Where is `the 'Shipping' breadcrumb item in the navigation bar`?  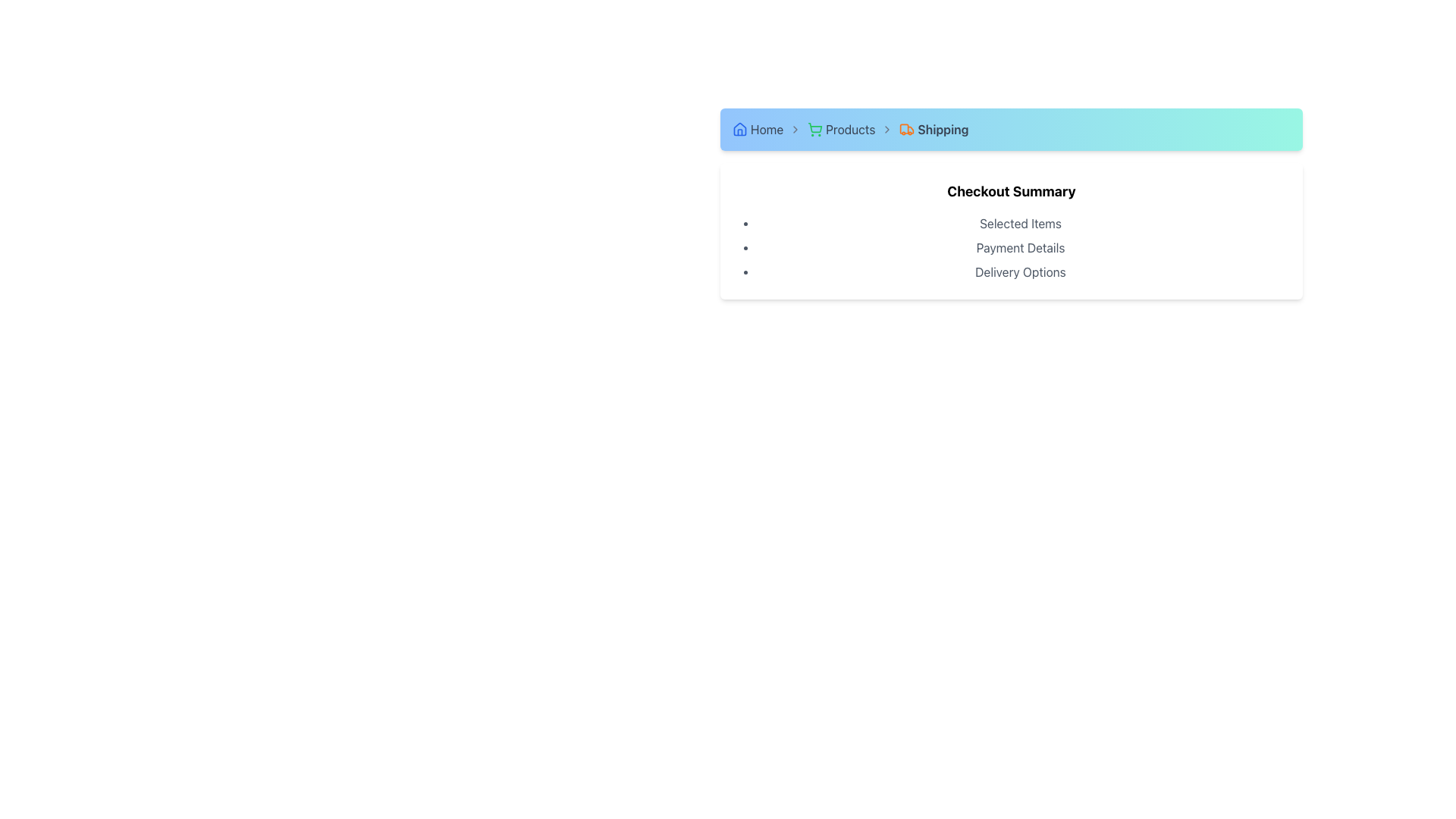
the 'Shipping' breadcrumb item in the navigation bar is located at coordinates (933, 128).